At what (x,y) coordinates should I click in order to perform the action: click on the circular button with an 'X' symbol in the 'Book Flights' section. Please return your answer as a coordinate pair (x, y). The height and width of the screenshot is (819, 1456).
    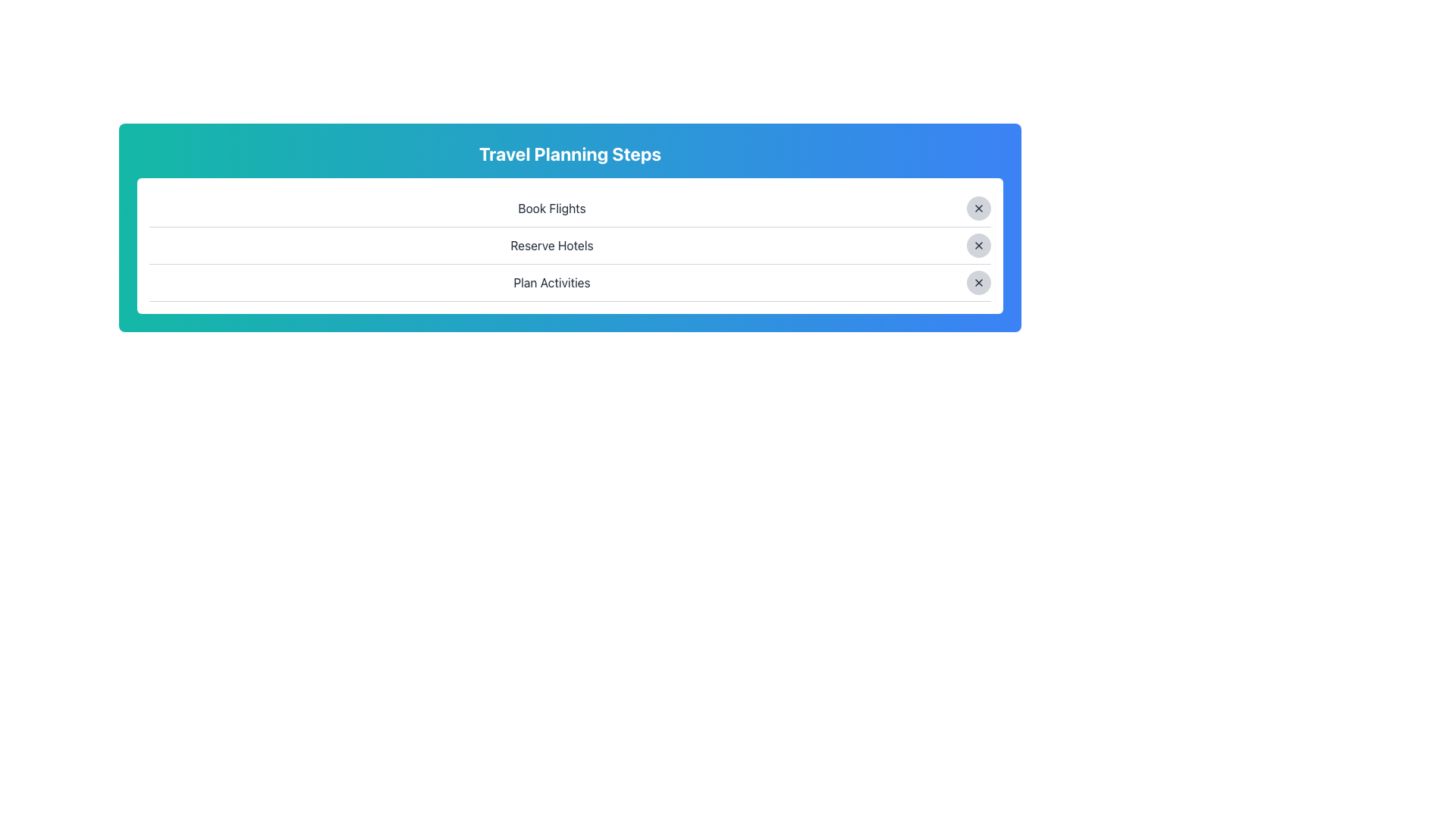
    Looking at the image, I should click on (979, 208).